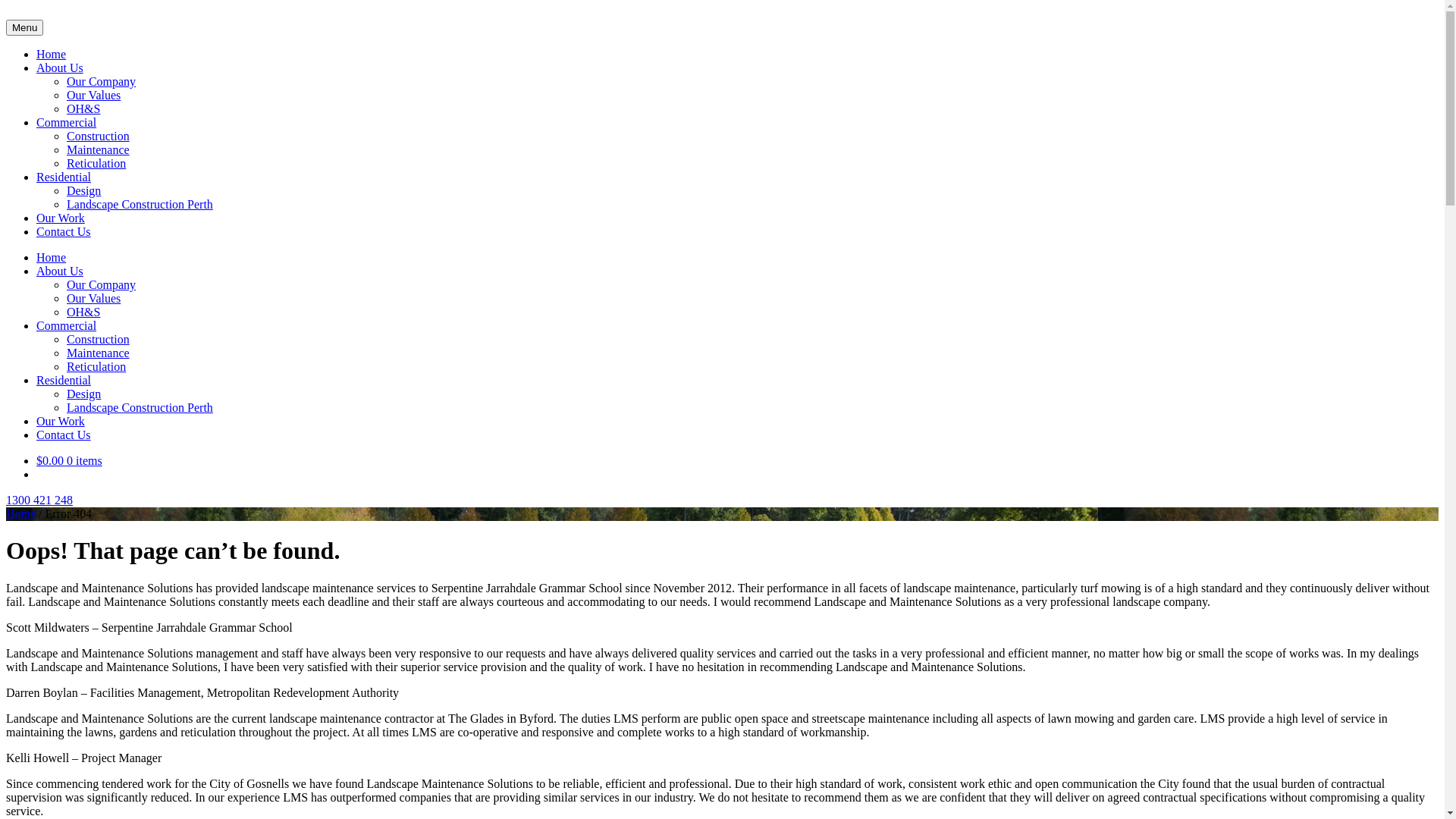  What do you see at coordinates (68, 460) in the screenshot?
I see `'$0.00 0 items'` at bounding box center [68, 460].